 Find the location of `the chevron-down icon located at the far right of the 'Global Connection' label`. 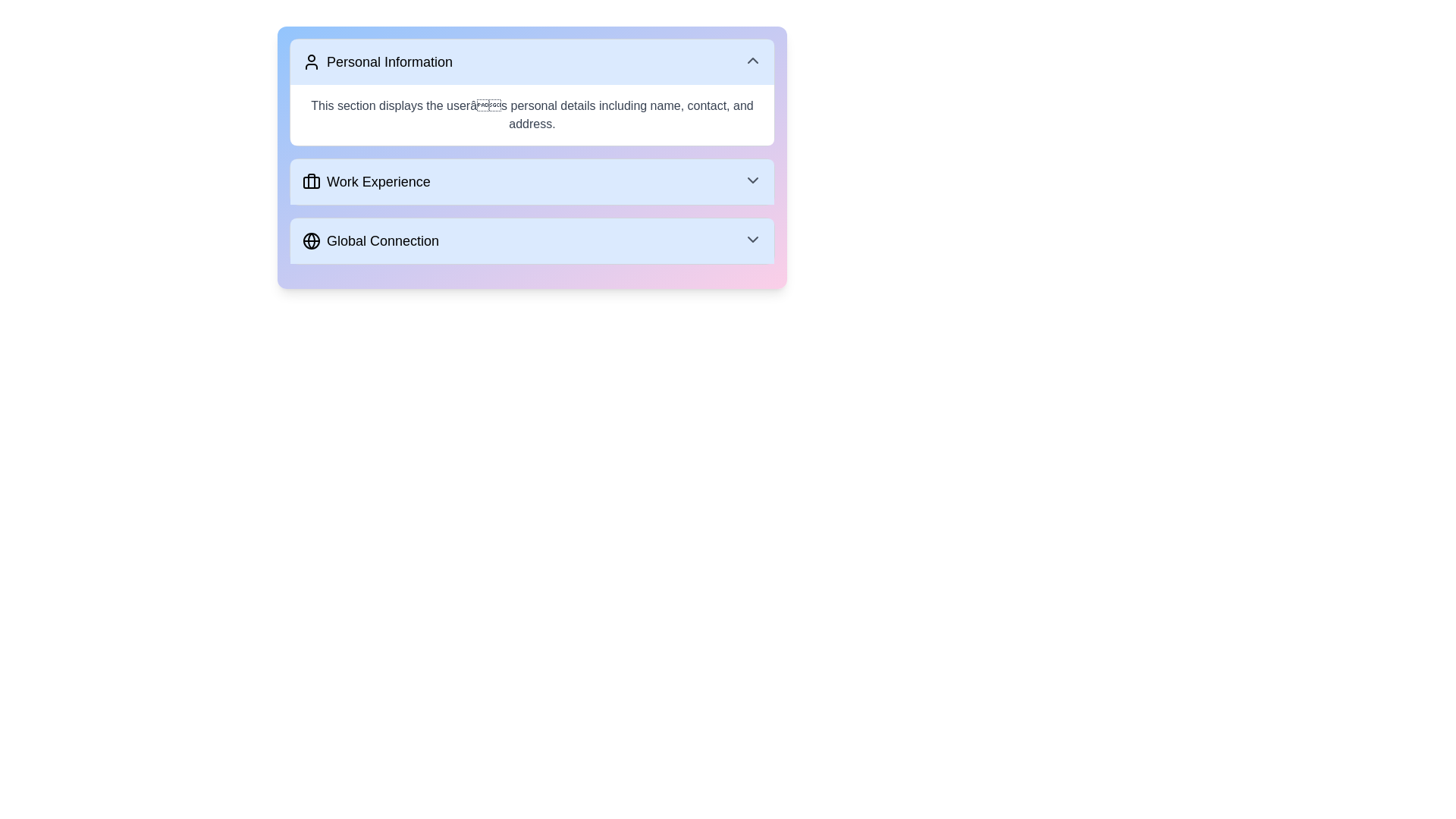

the chevron-down icon located at the far right of the 'Global Connection' label is located at coordinates (753, 239).